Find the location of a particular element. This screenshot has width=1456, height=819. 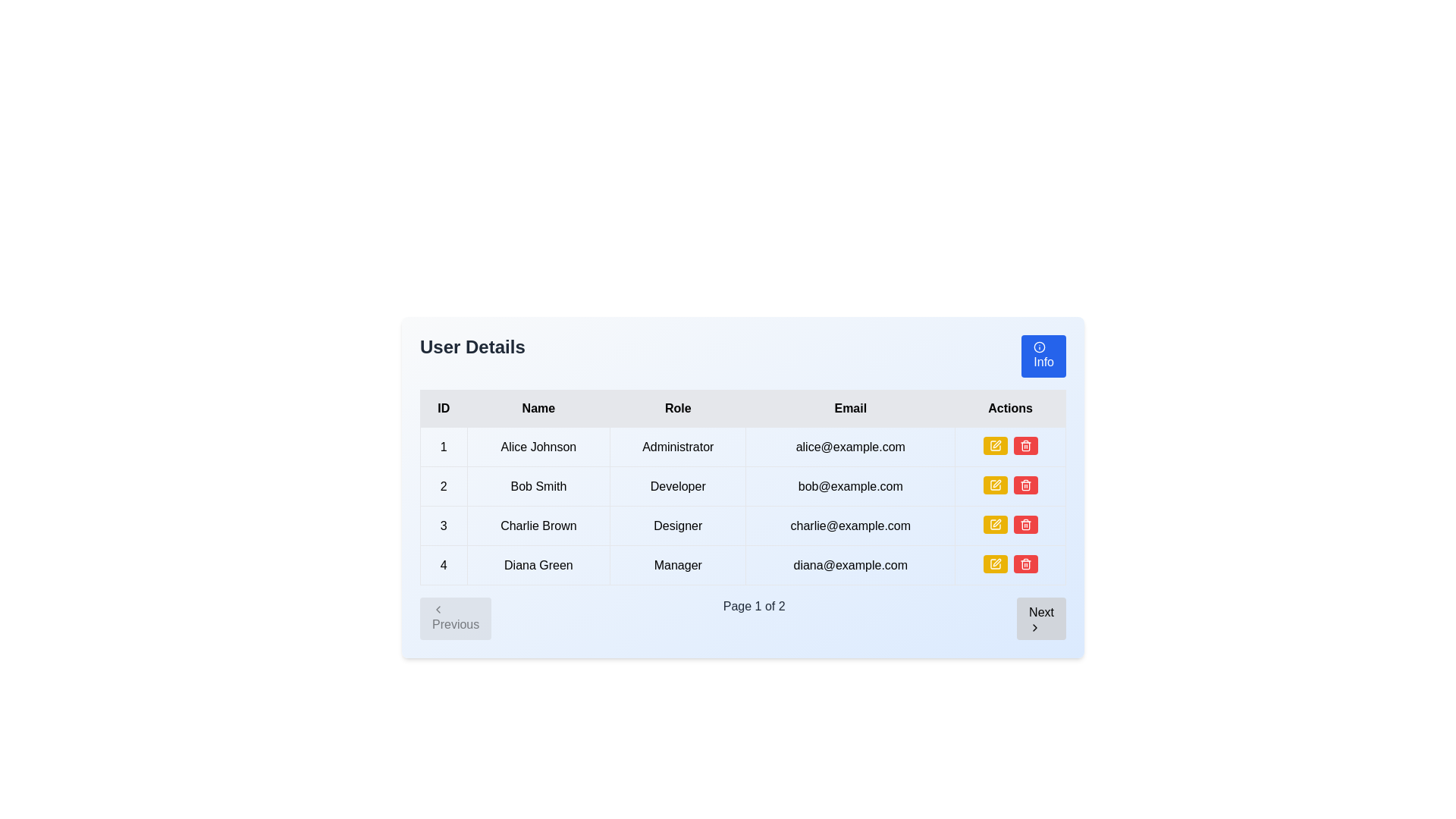

across the interactive buttons in the 'Actions' column of the table for user 'Charlie Brown', which includes a yellow 'edit' button and a red 'delete' button is located at coordinates (1010, 525).